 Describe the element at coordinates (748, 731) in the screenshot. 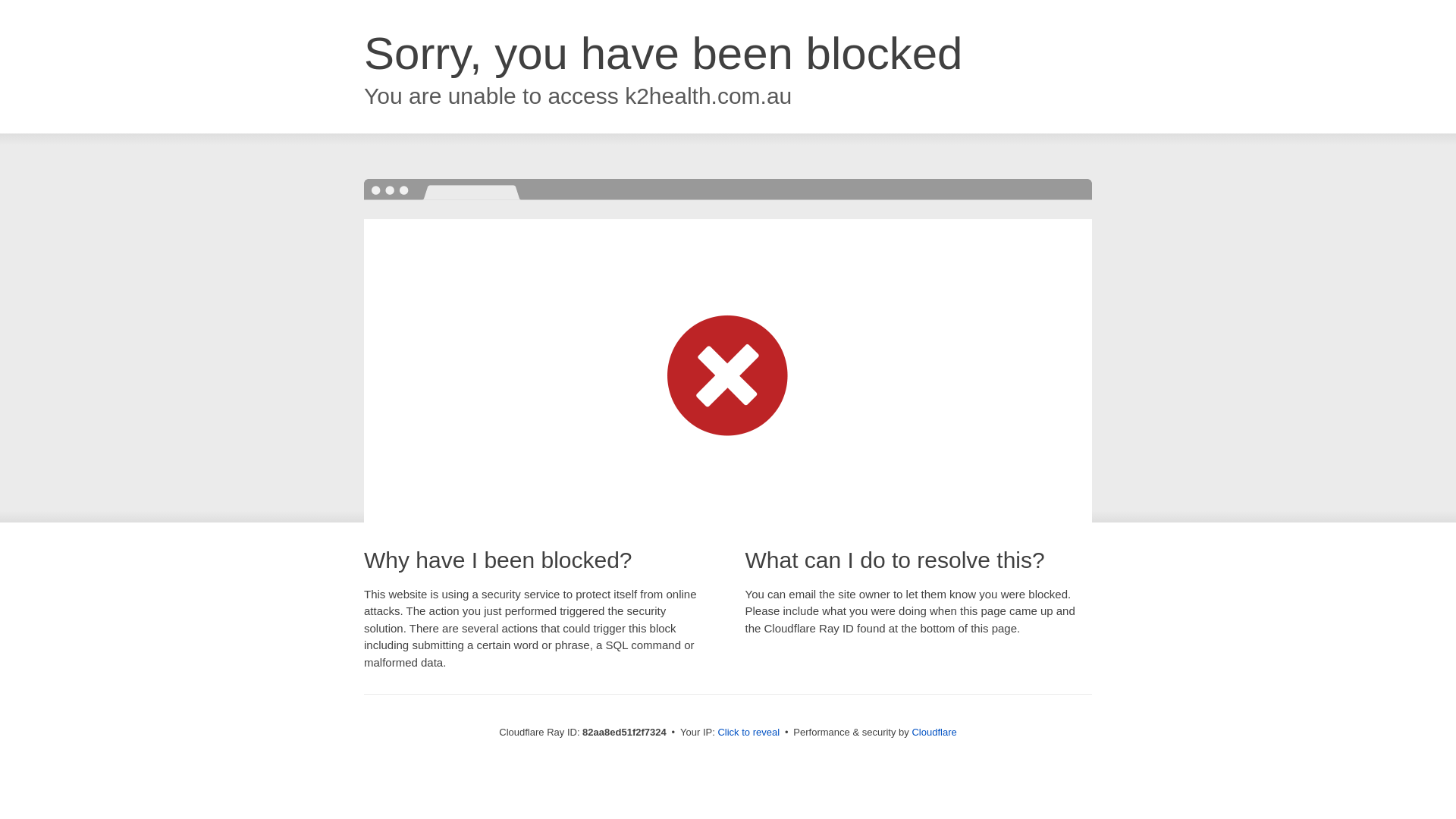

I see `'Click to reveal'` at that location.